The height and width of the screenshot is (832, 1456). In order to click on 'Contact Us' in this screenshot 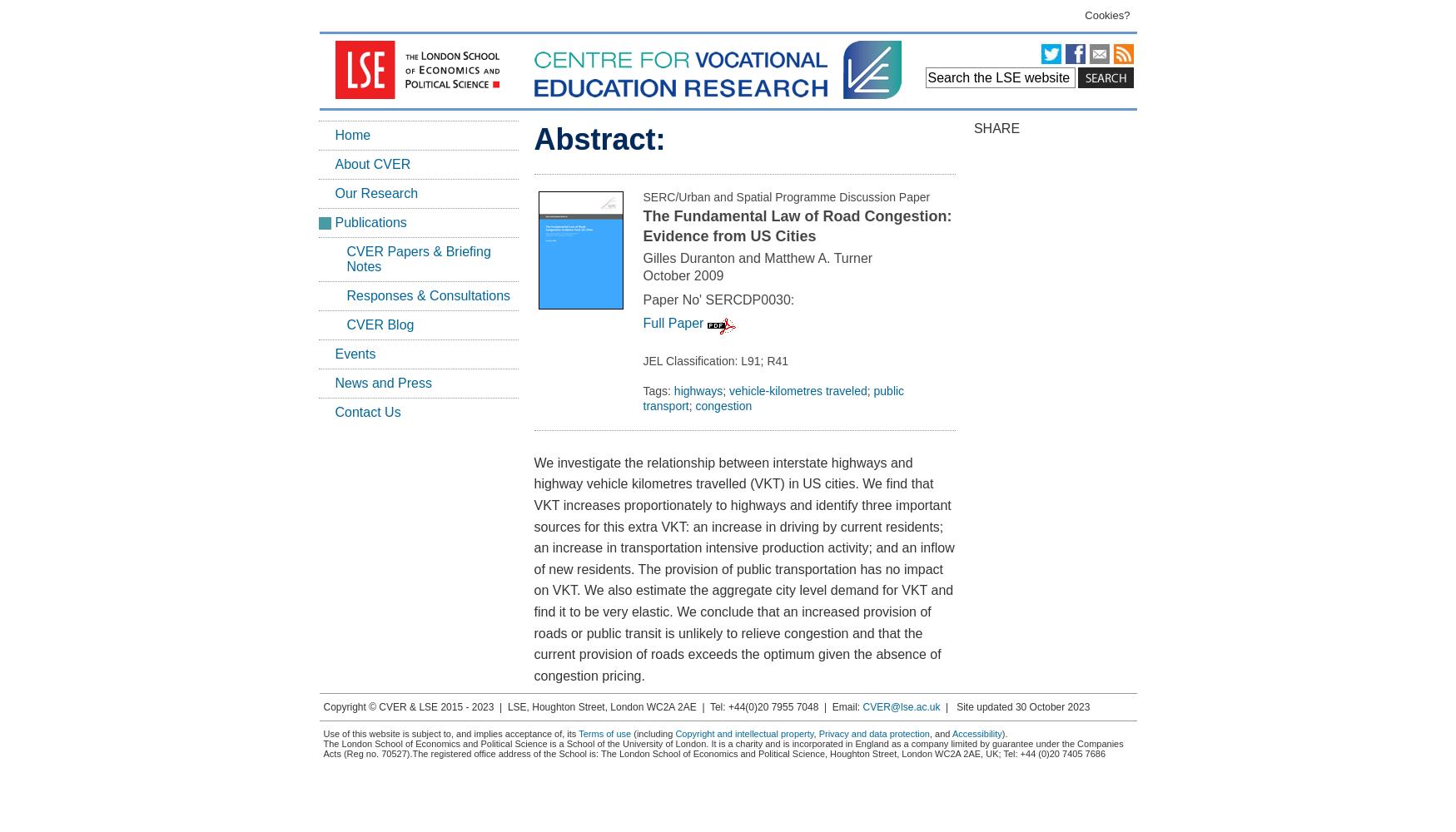, I will do `click(334, 411)`.